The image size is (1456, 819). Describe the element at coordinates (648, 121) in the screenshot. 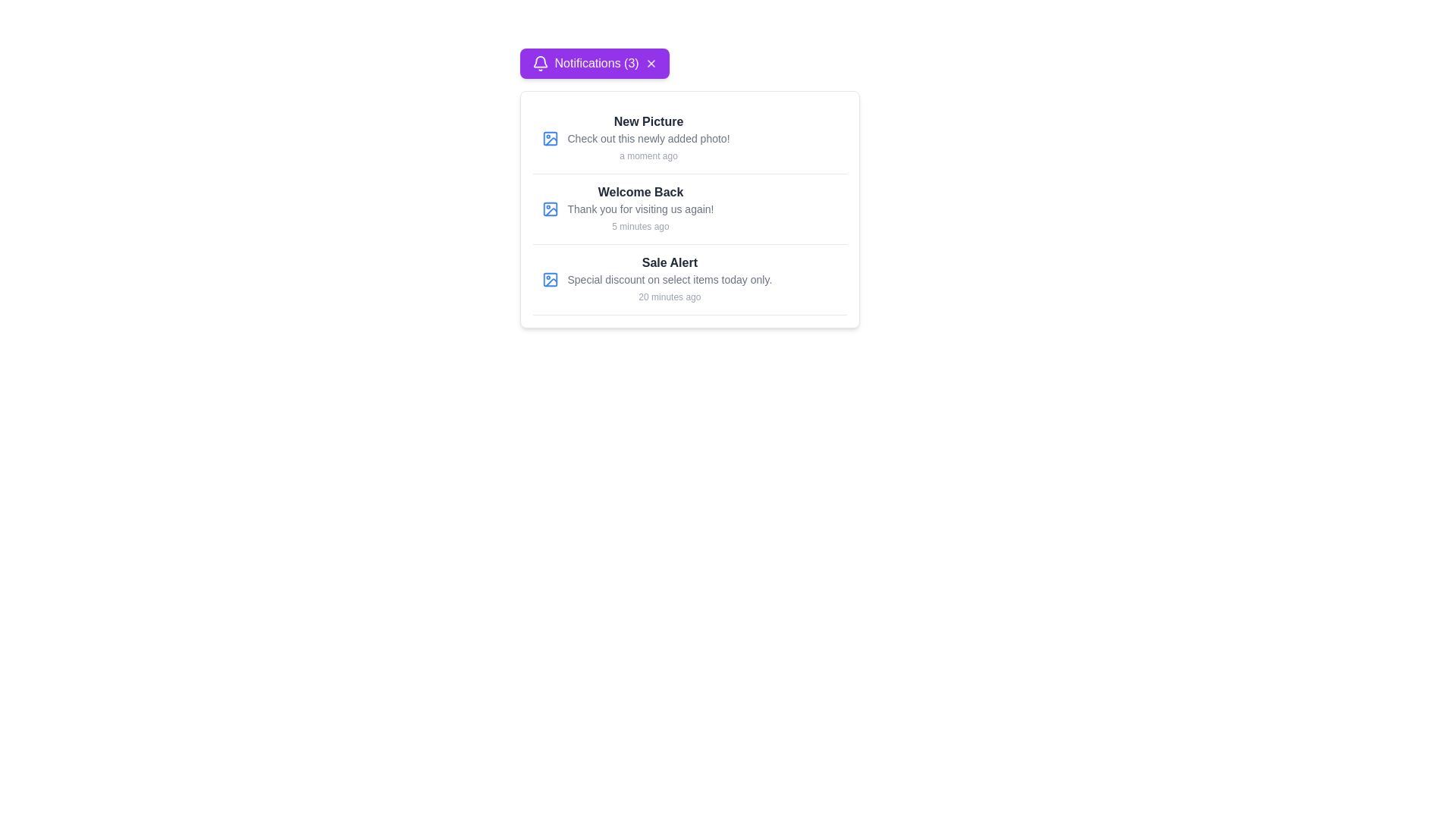

I see `the text label which serves as the title of a notification entry, positioned at the top of the notification list` at that location.